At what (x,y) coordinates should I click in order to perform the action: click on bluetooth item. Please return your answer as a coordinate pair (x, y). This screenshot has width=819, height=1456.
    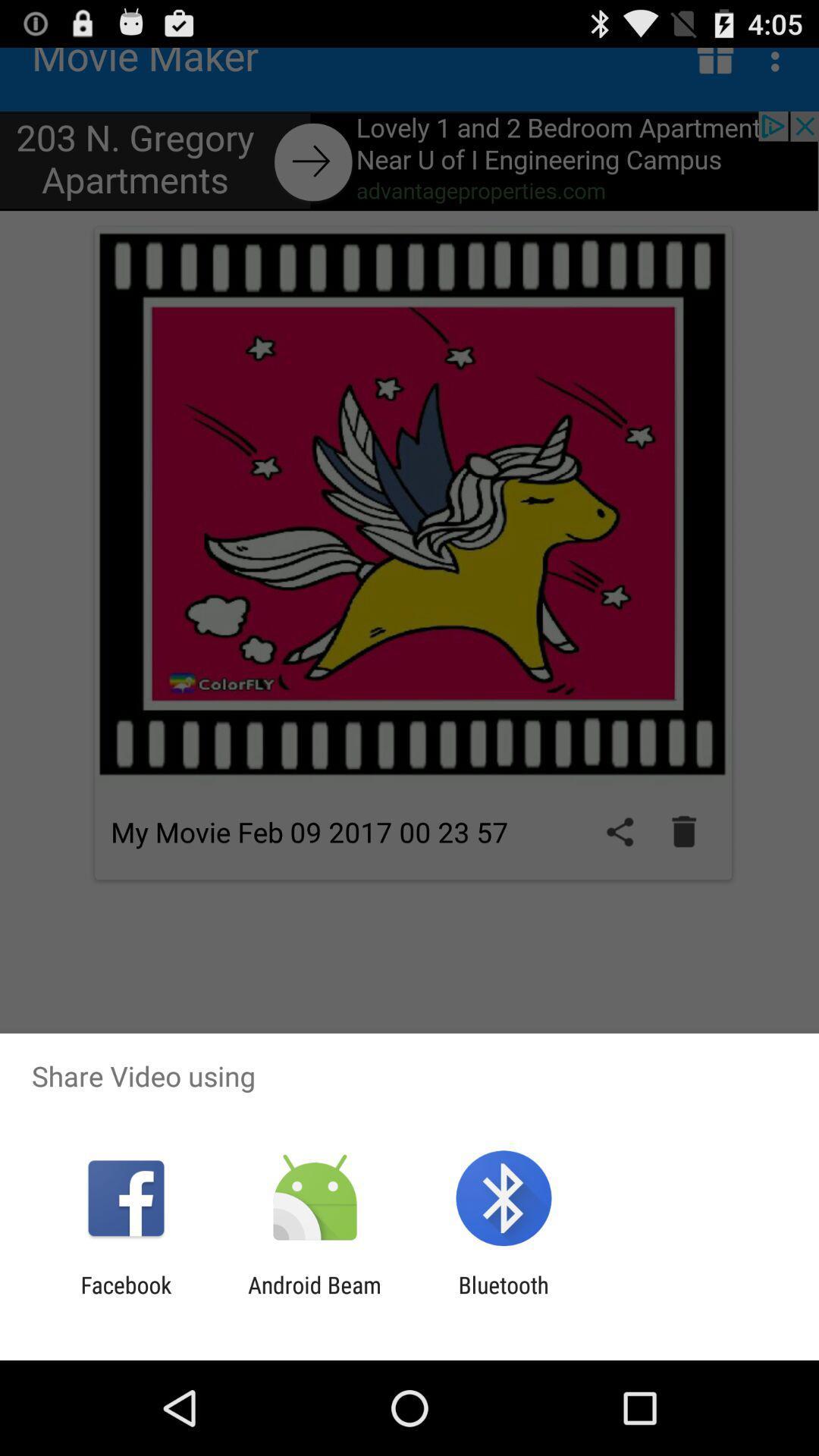
    Looking at the image, I should click on (504, 1298).